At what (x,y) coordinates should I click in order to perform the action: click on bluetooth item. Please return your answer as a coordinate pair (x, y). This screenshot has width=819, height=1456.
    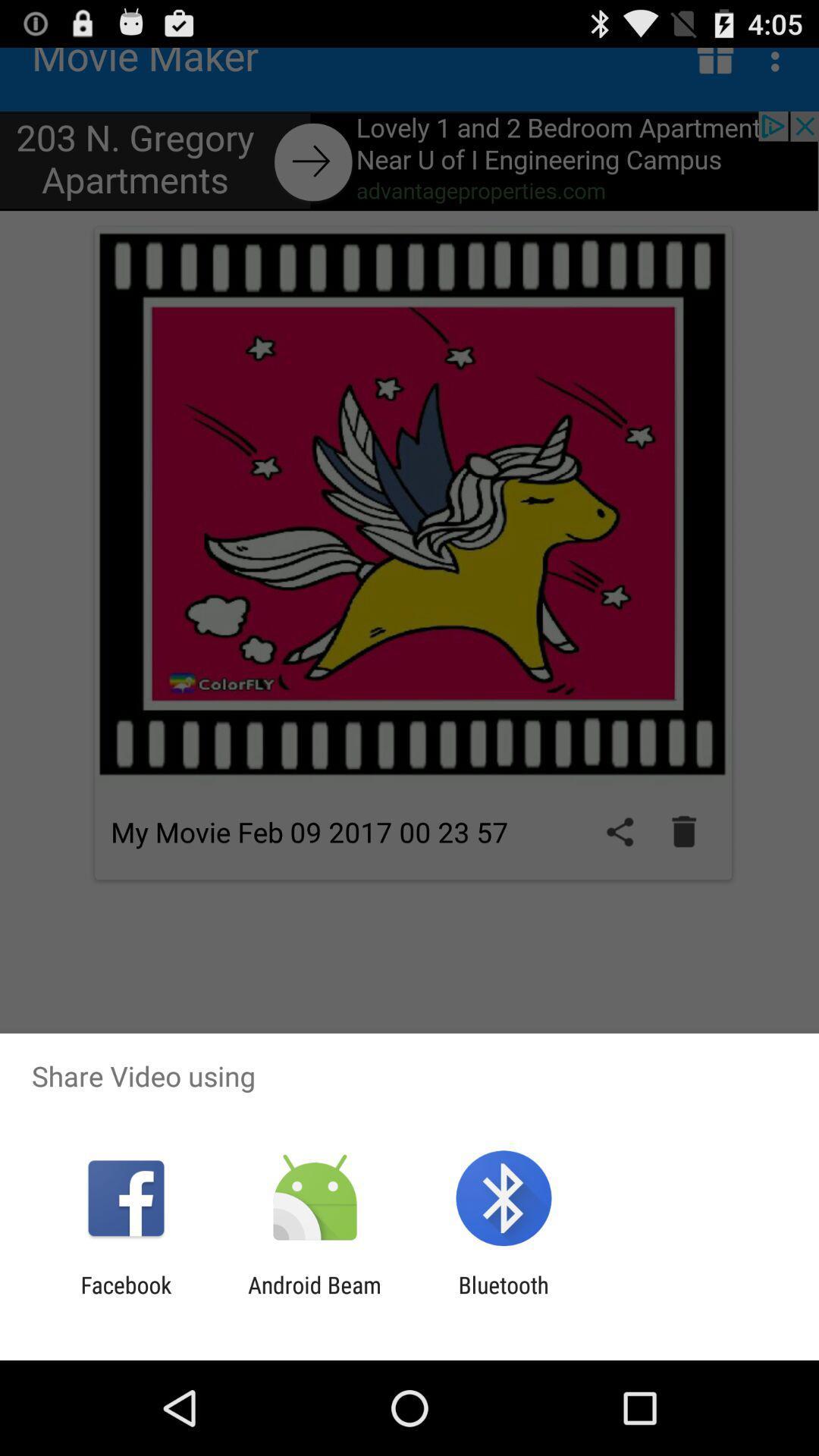
    Looking at the image, I should click on (504, 1298).